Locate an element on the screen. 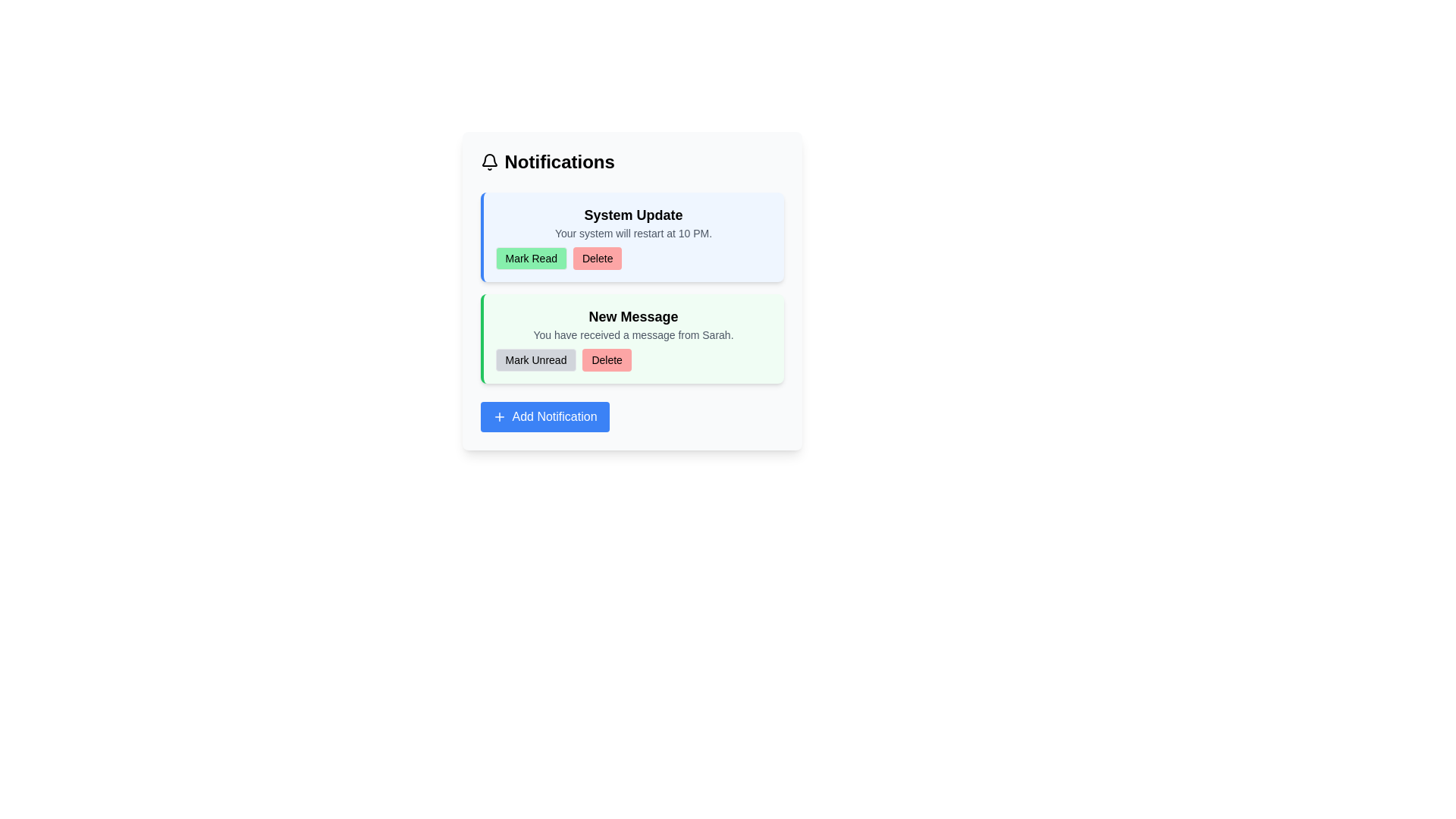 The image size is (1456, 819). the bold text label reading 'New Message' within the green-tinted notification card located below the 'System Update' card in the notification list is located at coordinates (633, 315).